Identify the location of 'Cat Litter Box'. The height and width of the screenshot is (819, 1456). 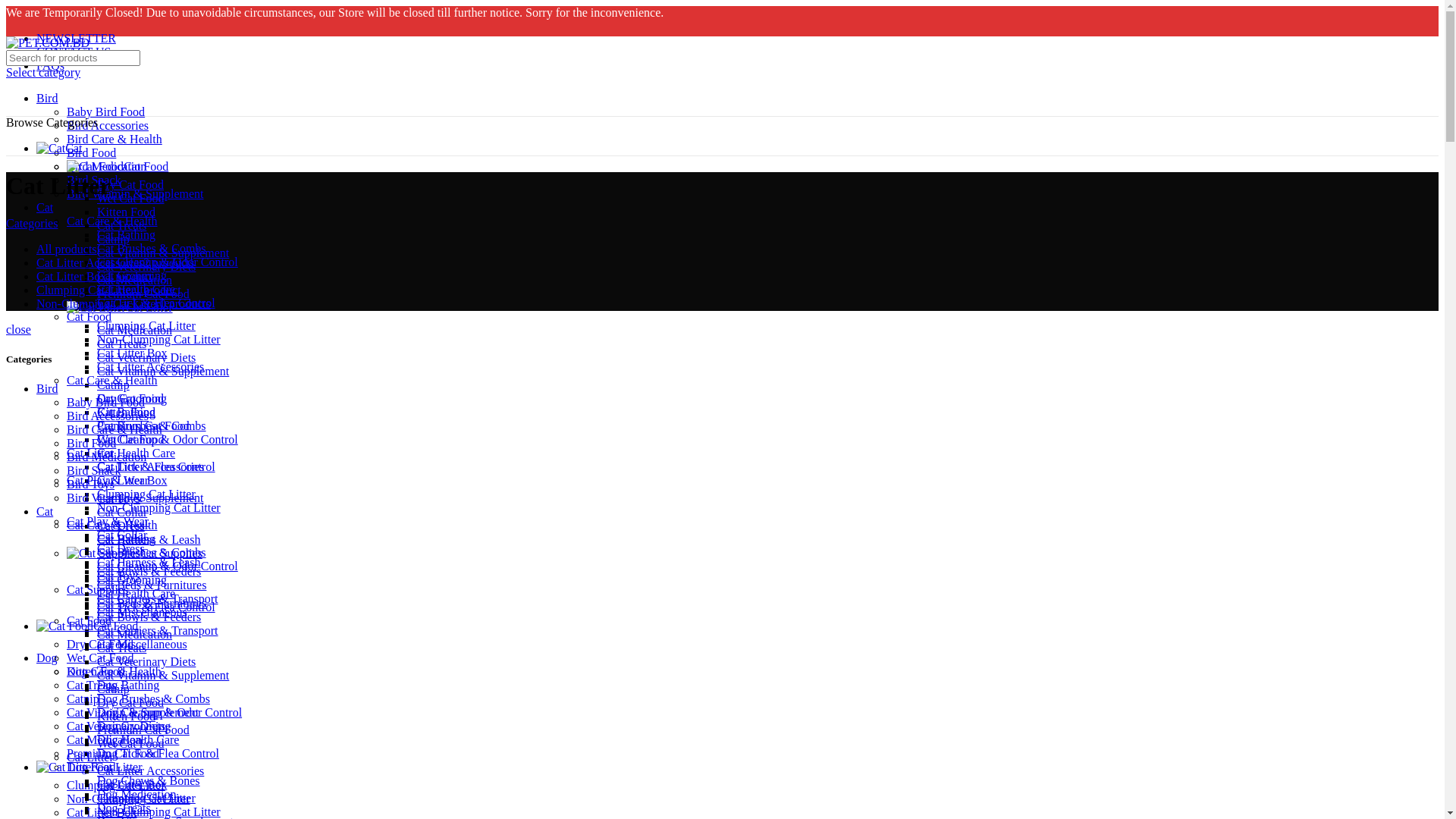
(131, 353).